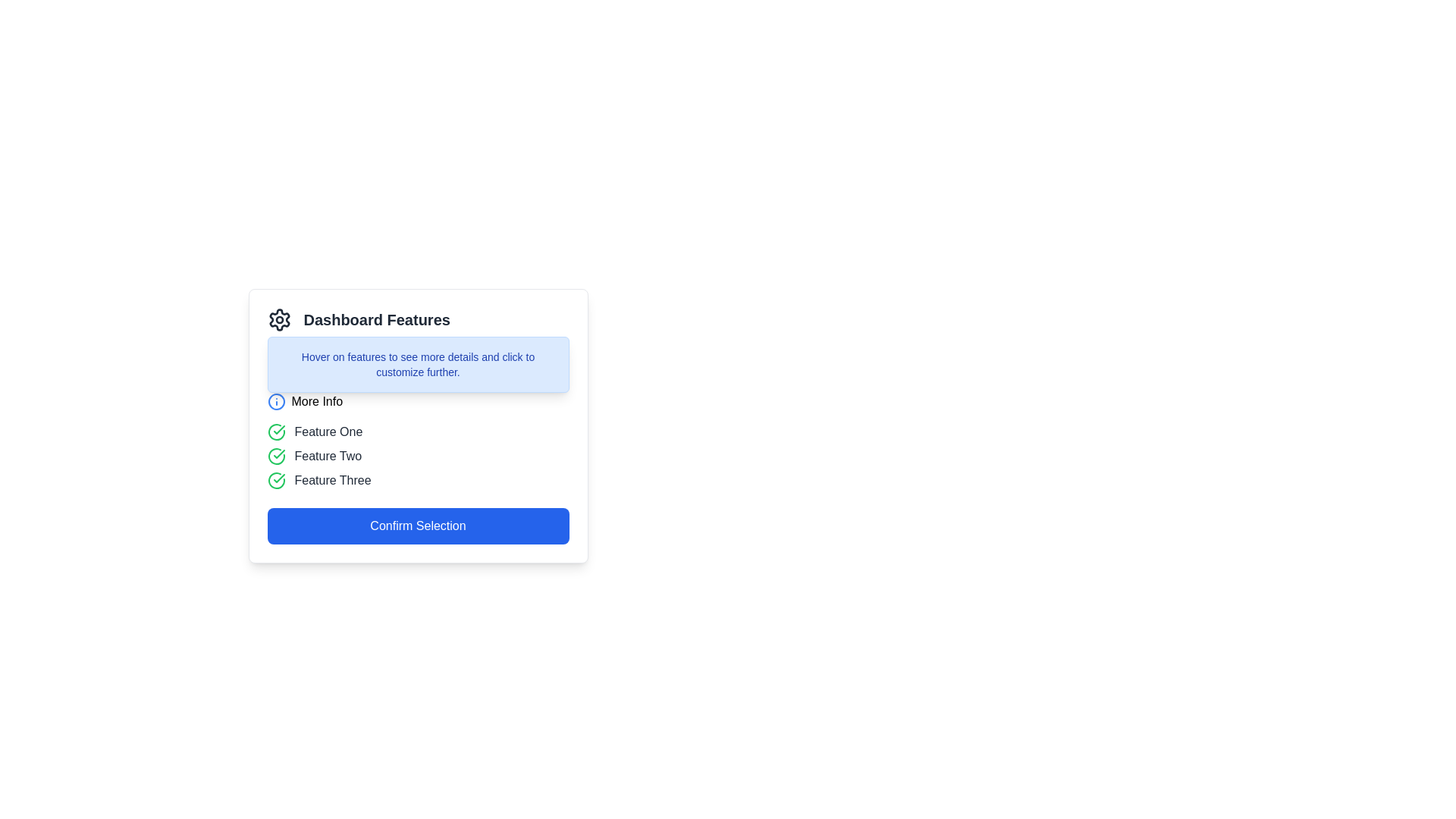  I want to click on the graphical icon indicating the status of 'Feature Two' under the 'Dashboard Features' section by clicking on it, so click(276, 455).